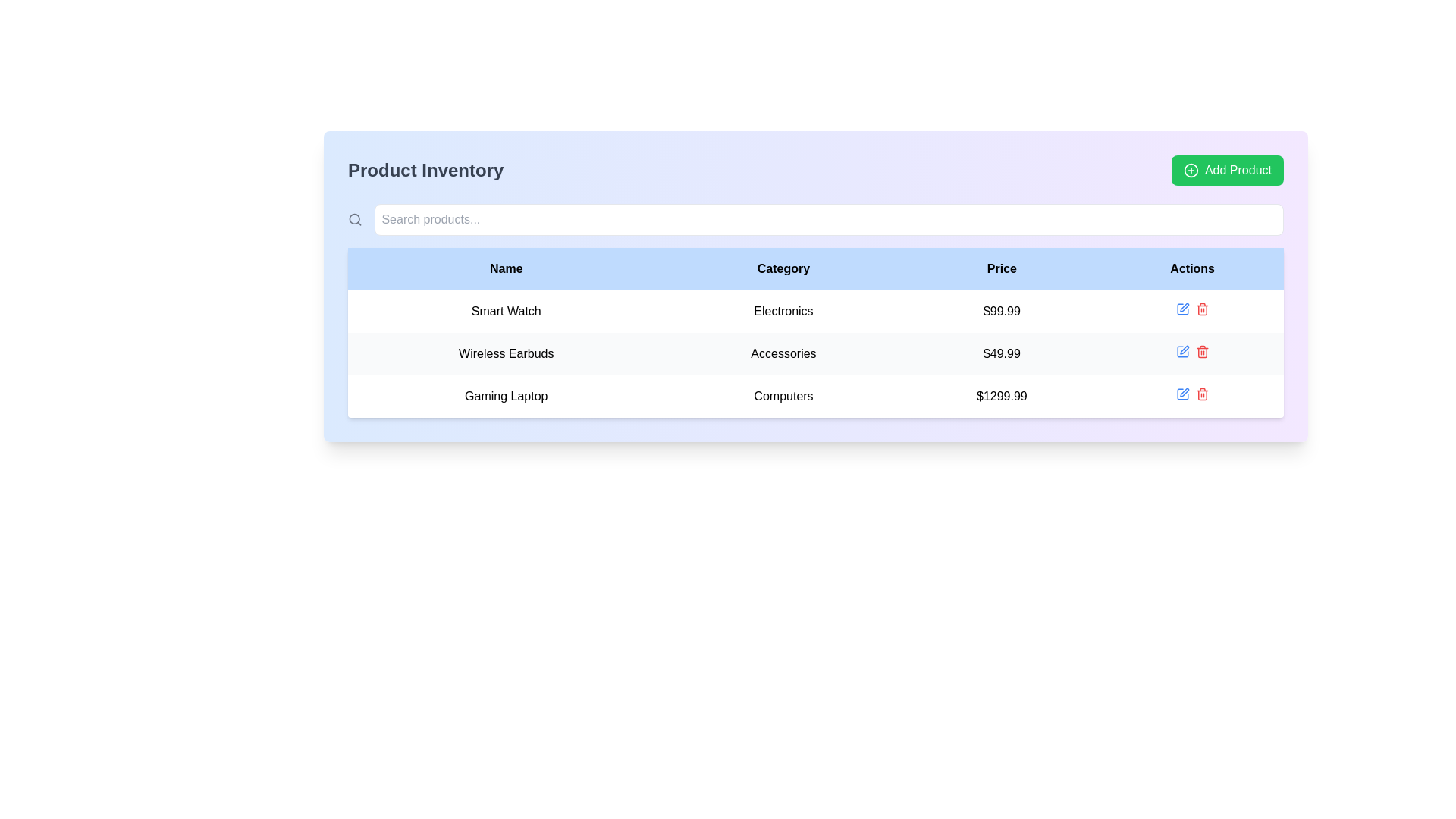 This screenshot has height=819, width=1456. What do you see at coordinates (783, 353) in the screenshot?
I see `text element displaying 'Accessories', which is located in the second row of the table under the 'Category' column, positioned between 'Wireless Earbuds' and '$49.99'` at bounding box center [783, 353].